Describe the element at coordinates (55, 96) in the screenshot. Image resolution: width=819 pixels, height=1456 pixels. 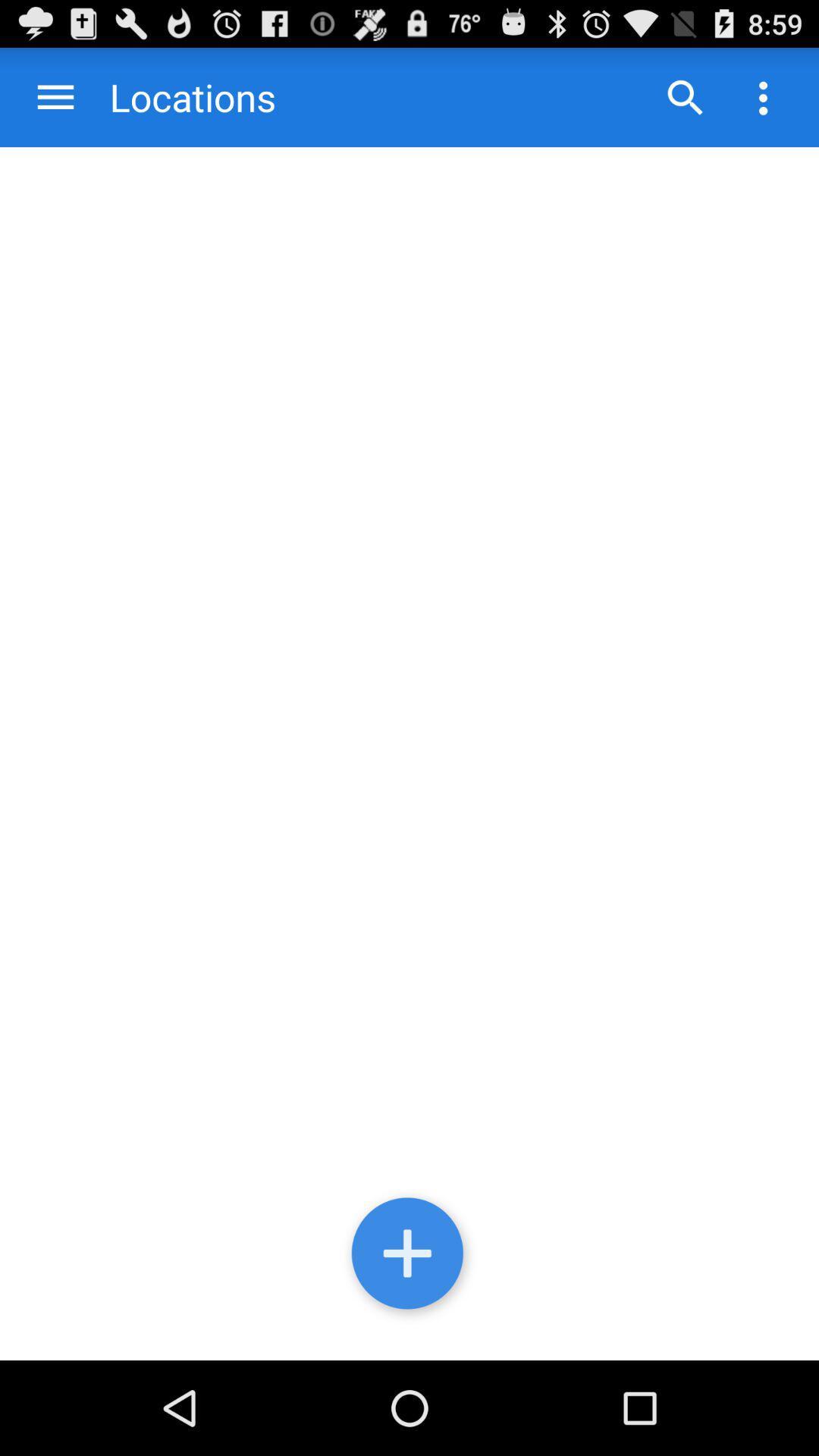
I see `the item to the left of locations app` at that location.